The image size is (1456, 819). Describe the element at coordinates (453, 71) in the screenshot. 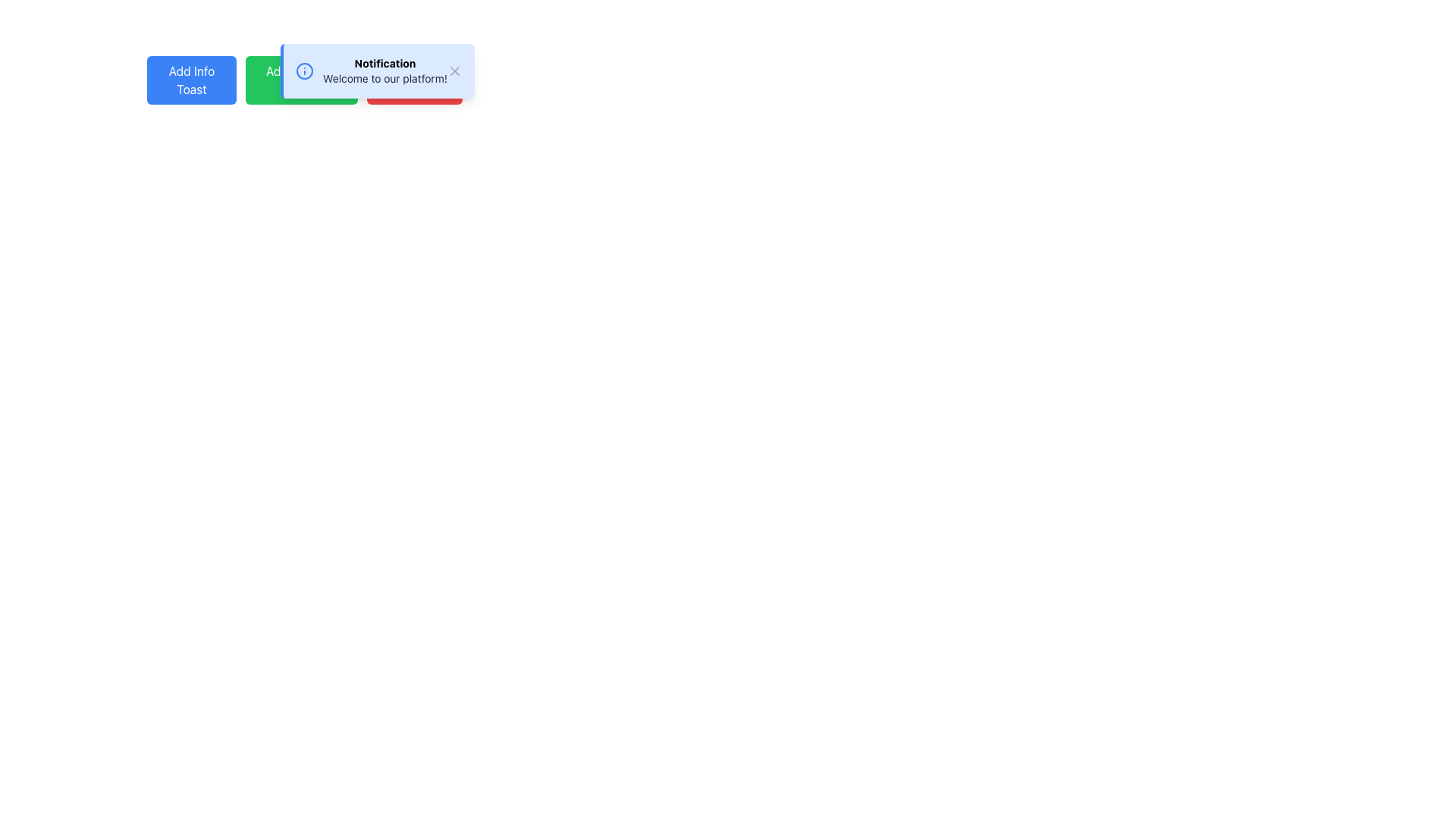

I see `the close button represented by a gray 'X' symbol located at the top-right corner of the notification card` at that location.